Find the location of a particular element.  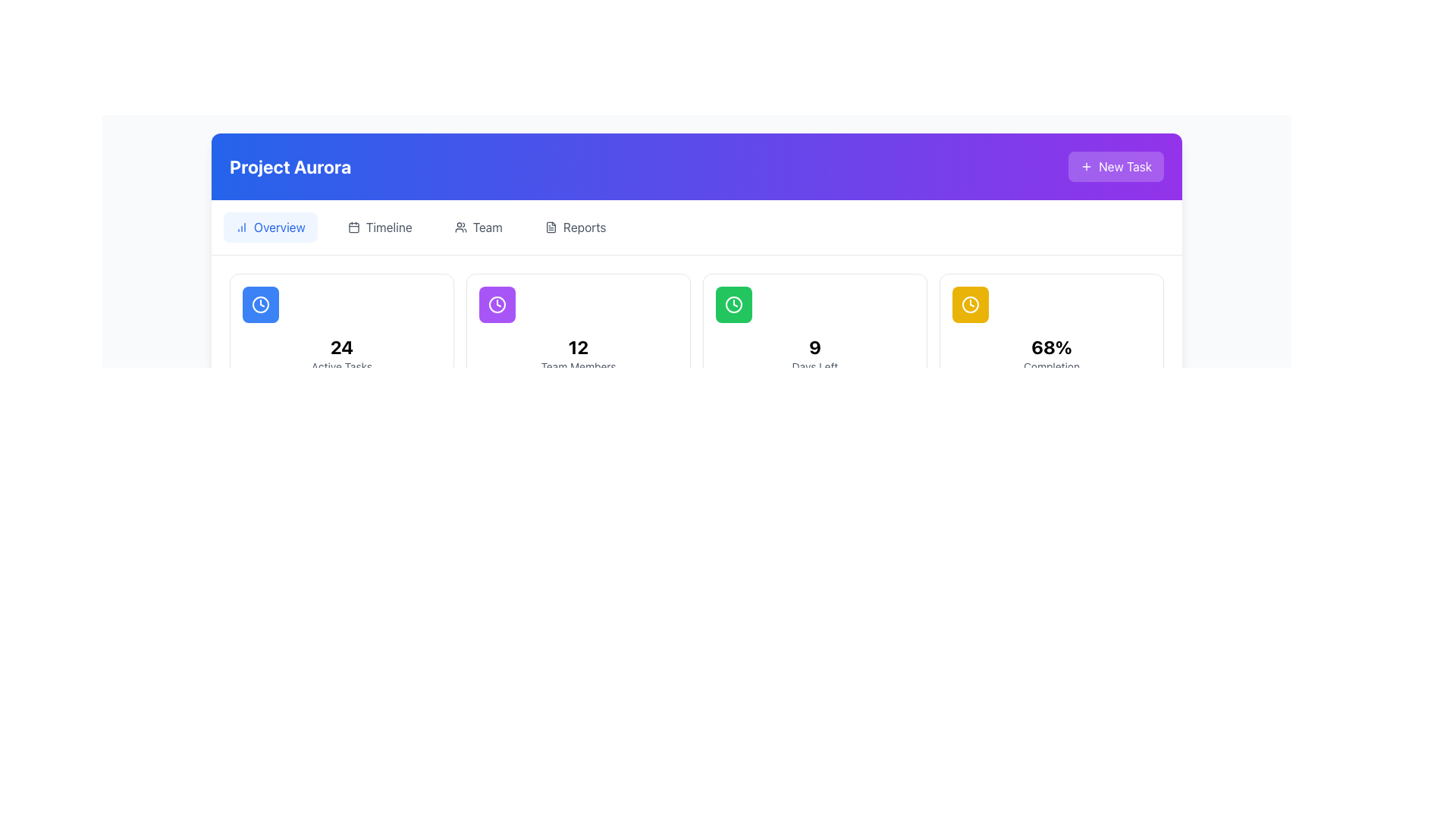

the clock icon, which is the first icon in a row of metrics, featuring a circular frame and clock hand design, contained within a blue circular background is located at coordinates (261, 304).